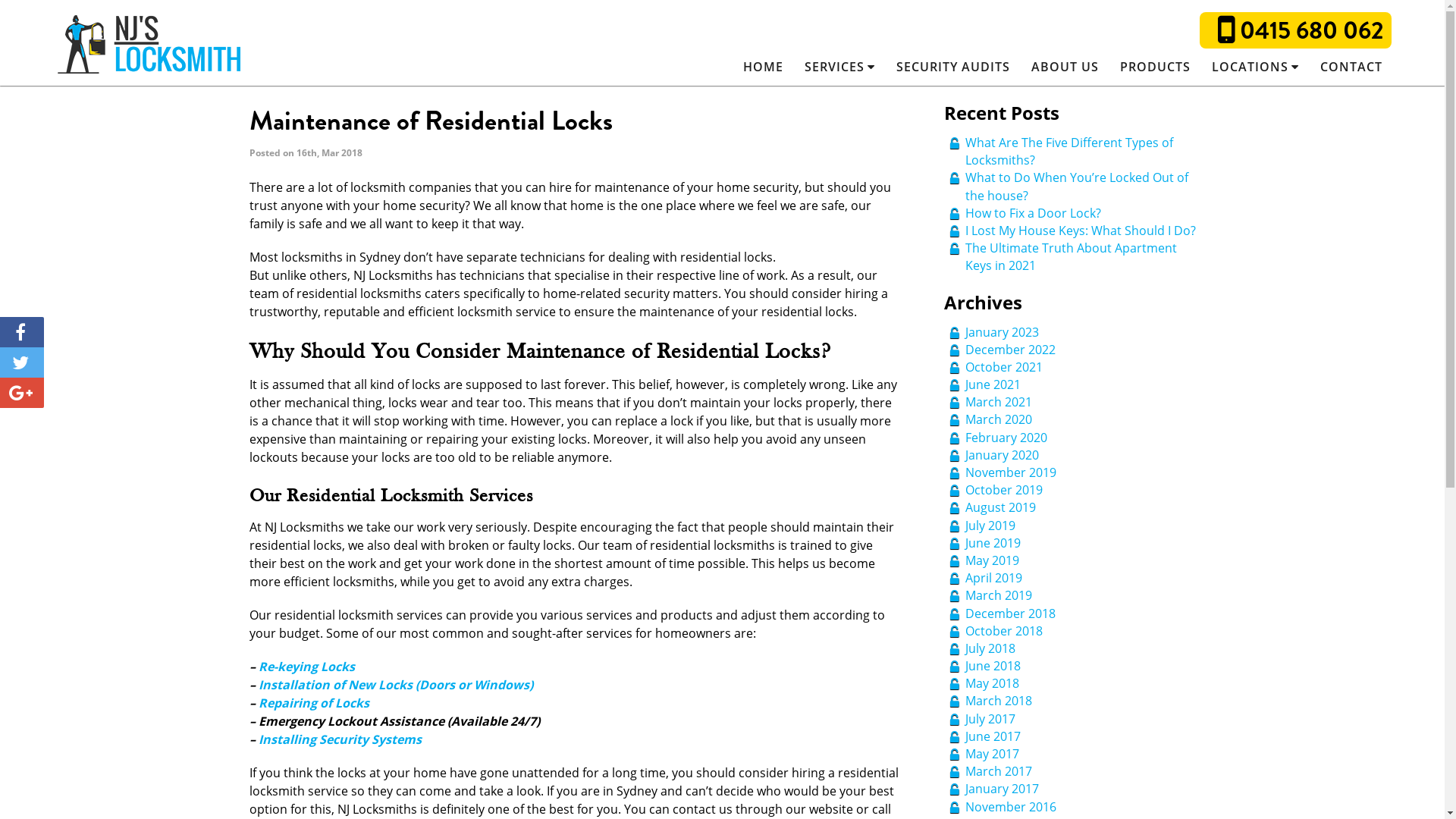  I want to click on 'July 2019', so click(964, 525).